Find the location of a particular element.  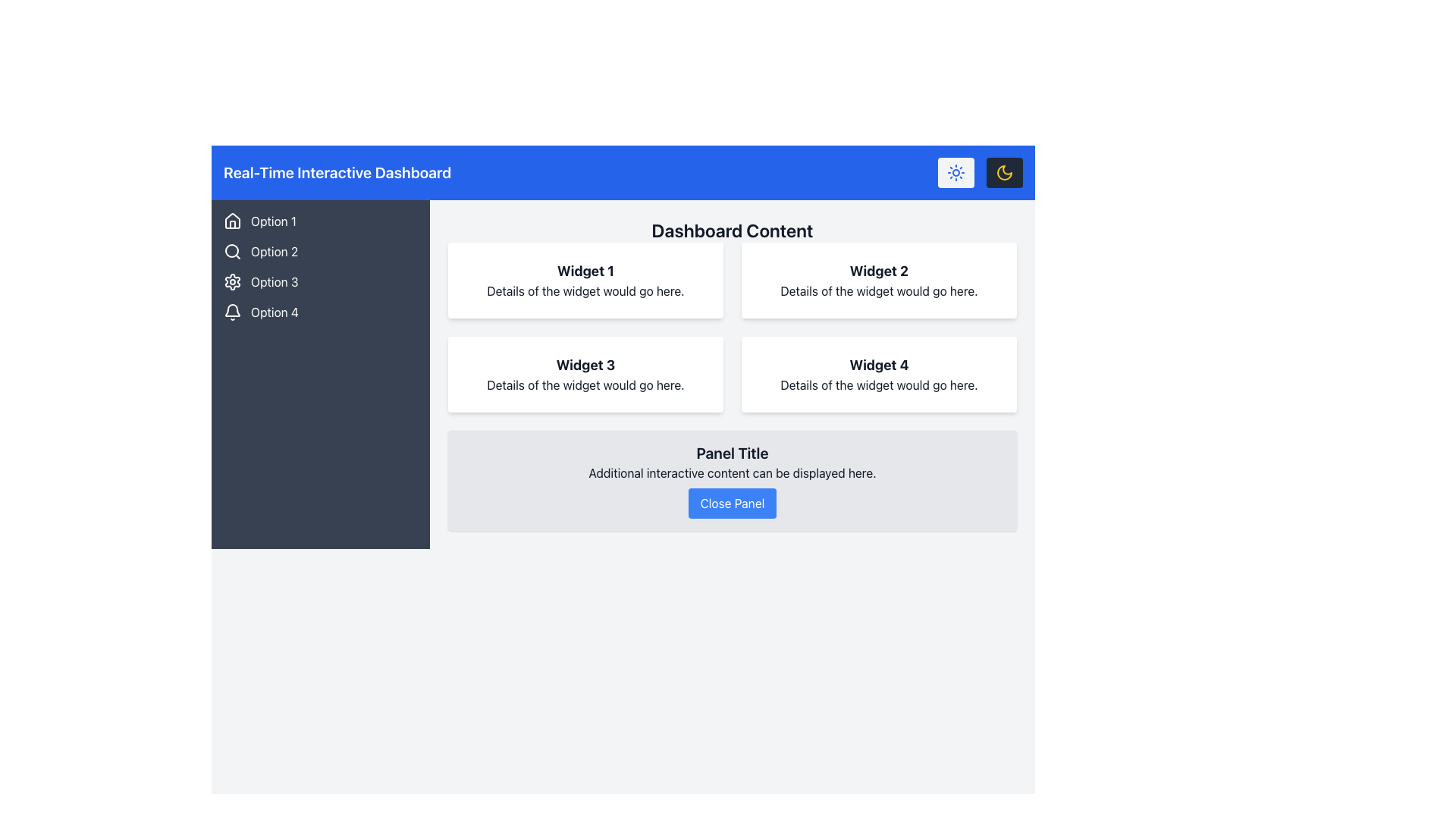

the static text label 'Option 3' styled in white text against a dark blue background, located in the left sidebar of the interface is located at coordinates (275, 281).